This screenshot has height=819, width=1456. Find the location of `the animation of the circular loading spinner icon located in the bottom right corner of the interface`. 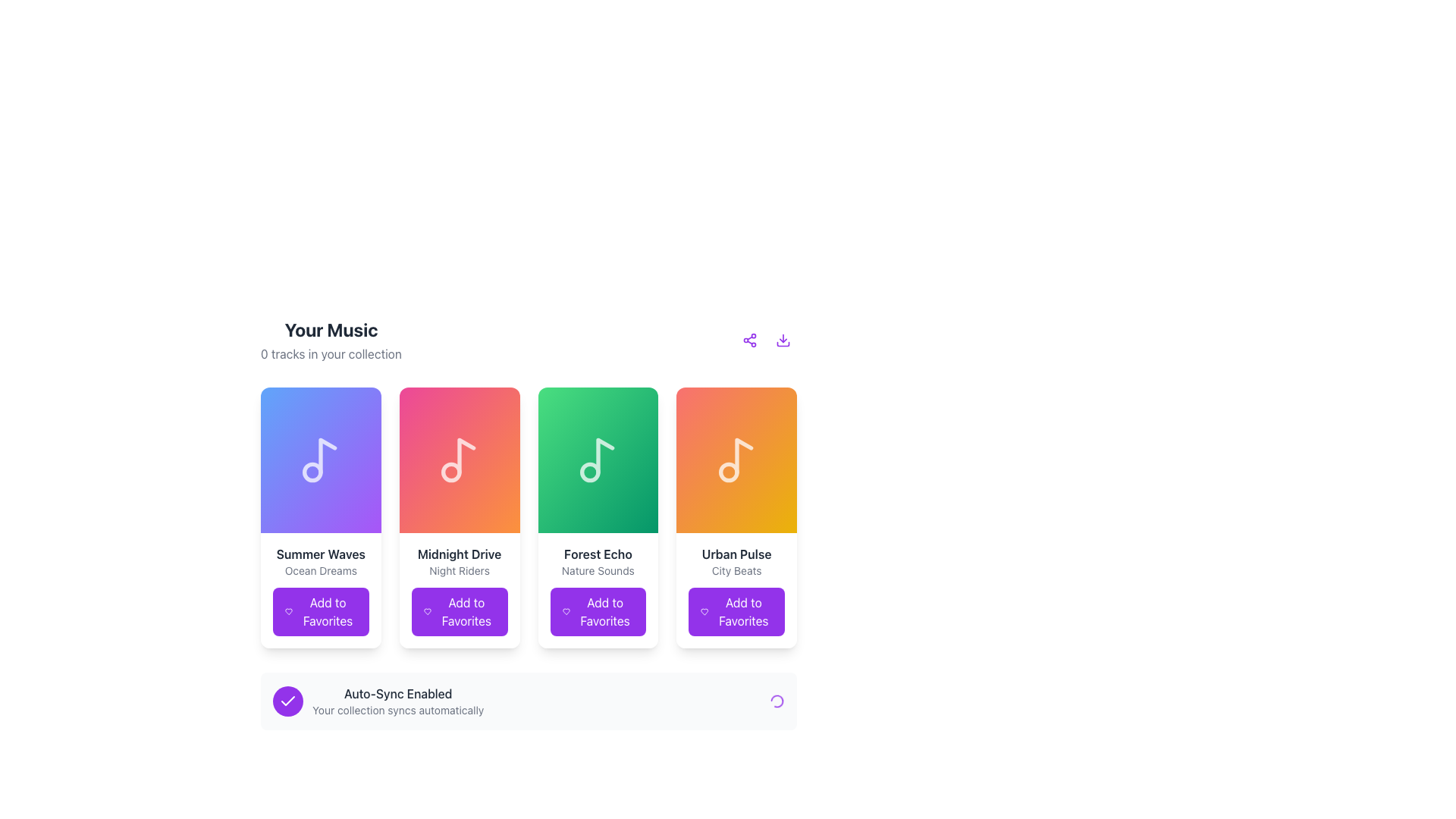

the animation of the circular loading spinner icon located in the bottom right corner of the interface is located at coordinates (777, 701).